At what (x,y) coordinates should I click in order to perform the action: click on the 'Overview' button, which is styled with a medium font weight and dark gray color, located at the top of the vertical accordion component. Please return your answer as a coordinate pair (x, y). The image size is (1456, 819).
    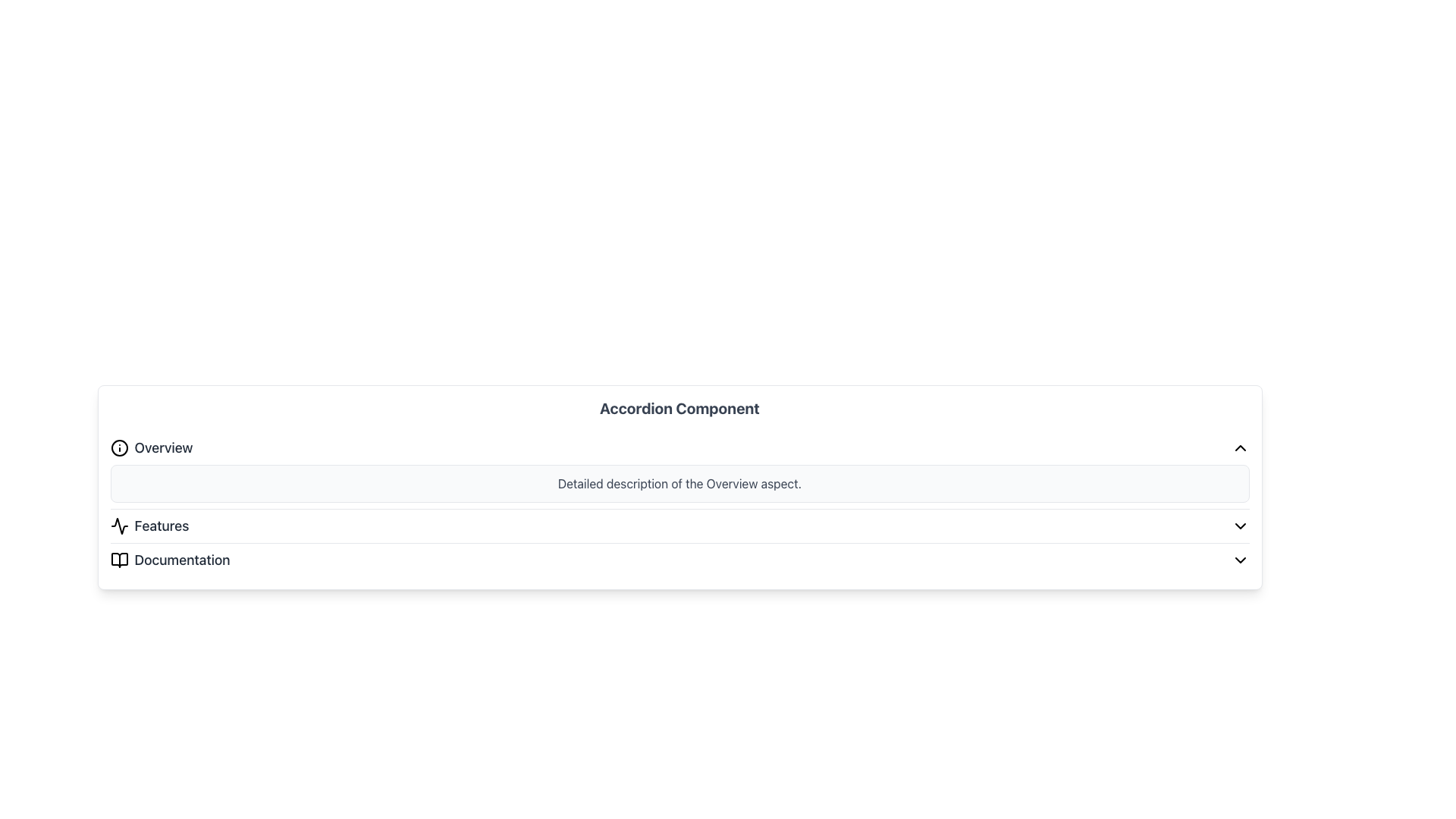
    Looking at the image, I should click on (152, 447).